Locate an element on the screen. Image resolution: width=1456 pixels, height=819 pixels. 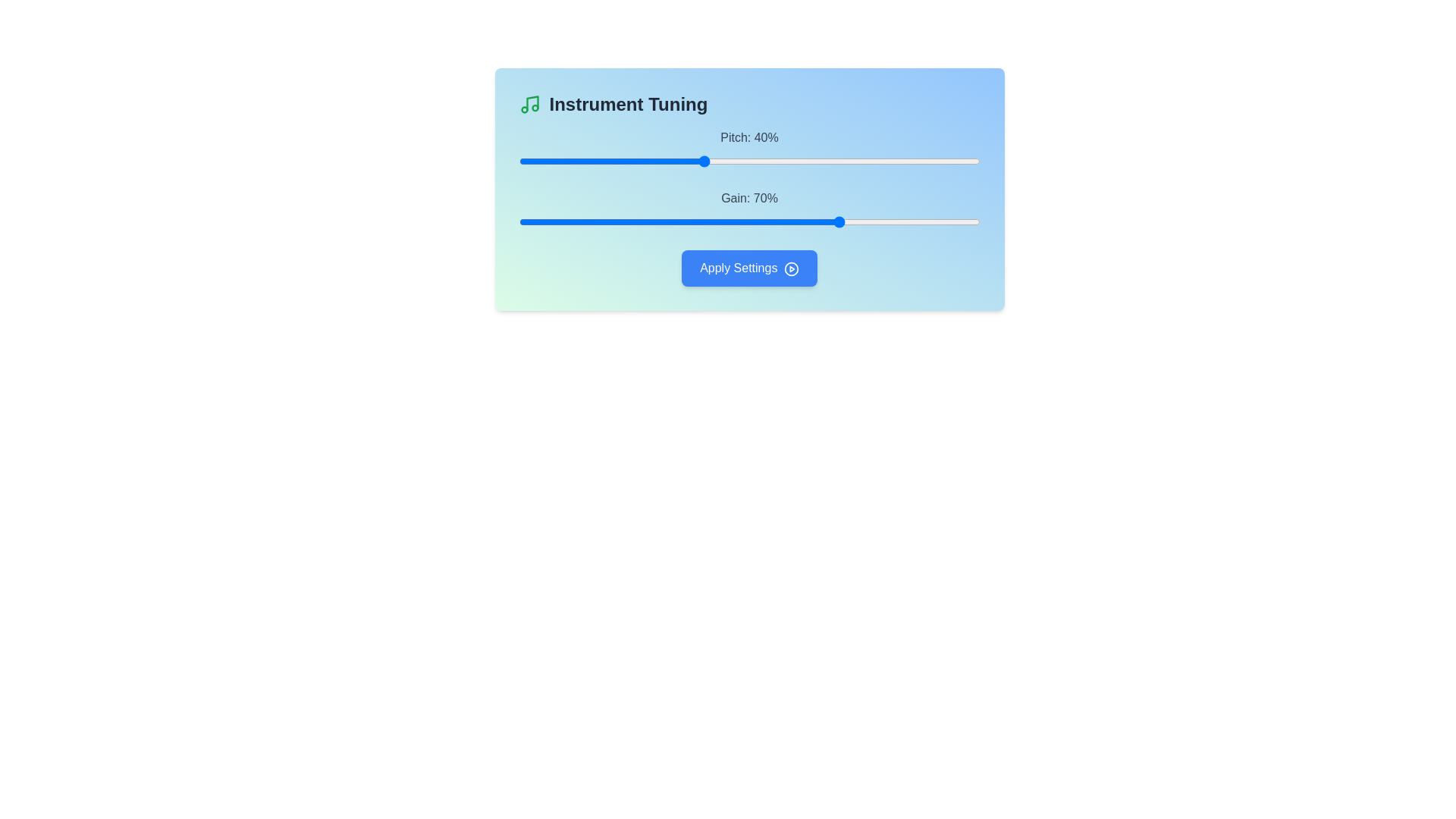
the pitch slider to set its value to 14 is located at coordinates (582, 161).